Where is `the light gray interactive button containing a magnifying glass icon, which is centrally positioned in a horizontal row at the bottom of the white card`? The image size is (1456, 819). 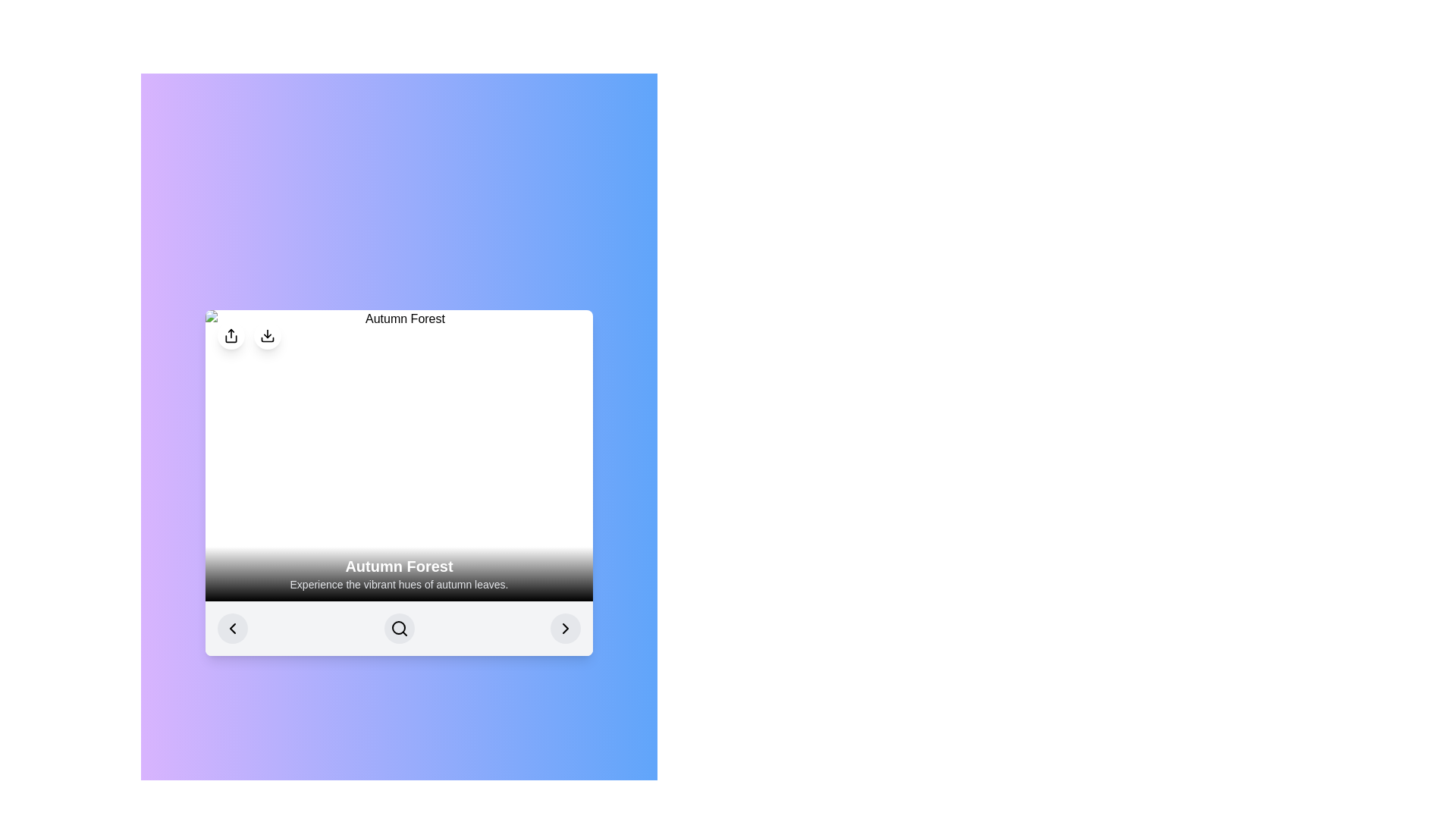 the light gray interactive button containing a magnifying glass icon, which is centrally positioned in a horizontal row at the bottom of the white card is located at coordinates (399, 629).